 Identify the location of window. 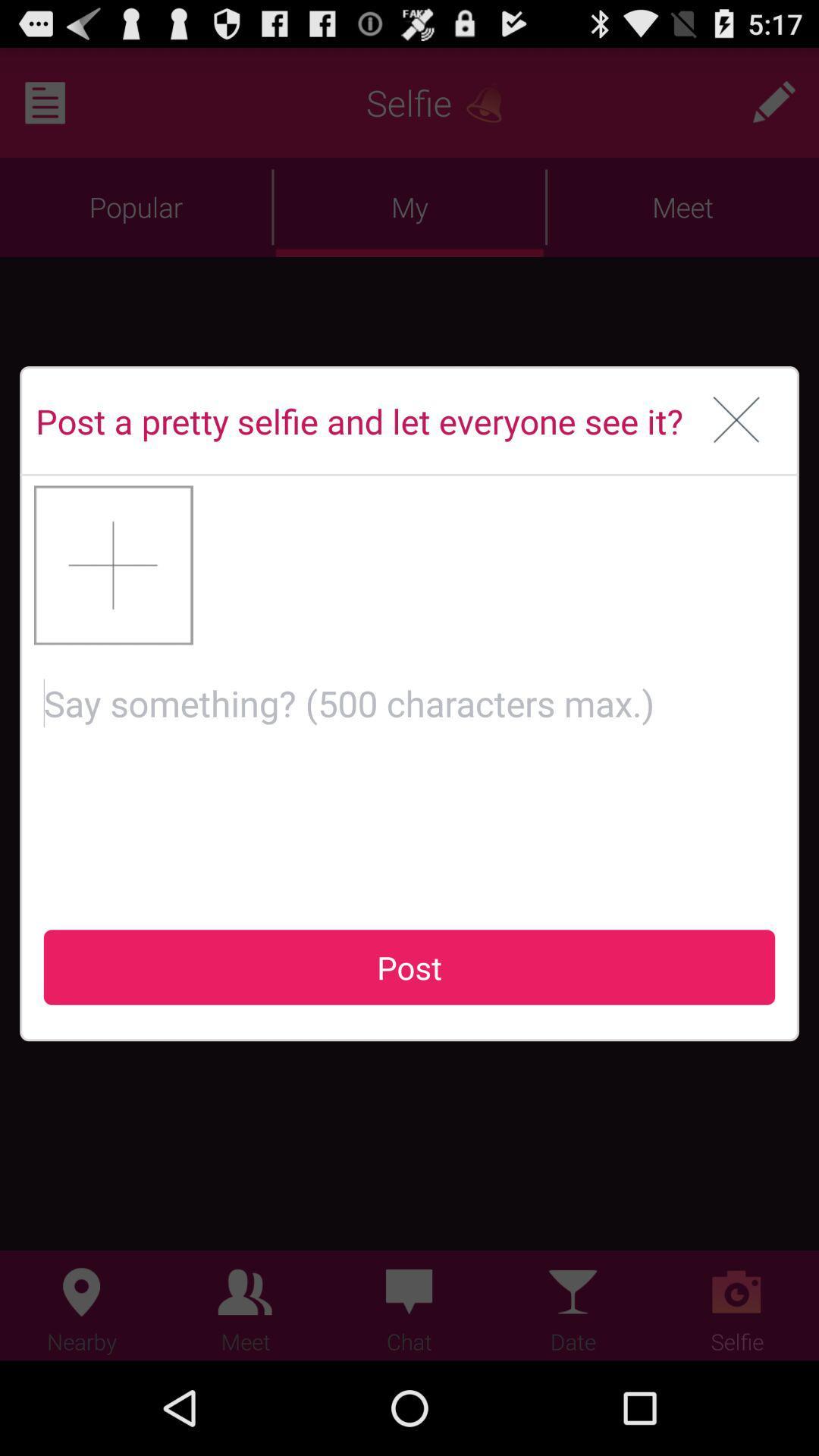
(736, 421).